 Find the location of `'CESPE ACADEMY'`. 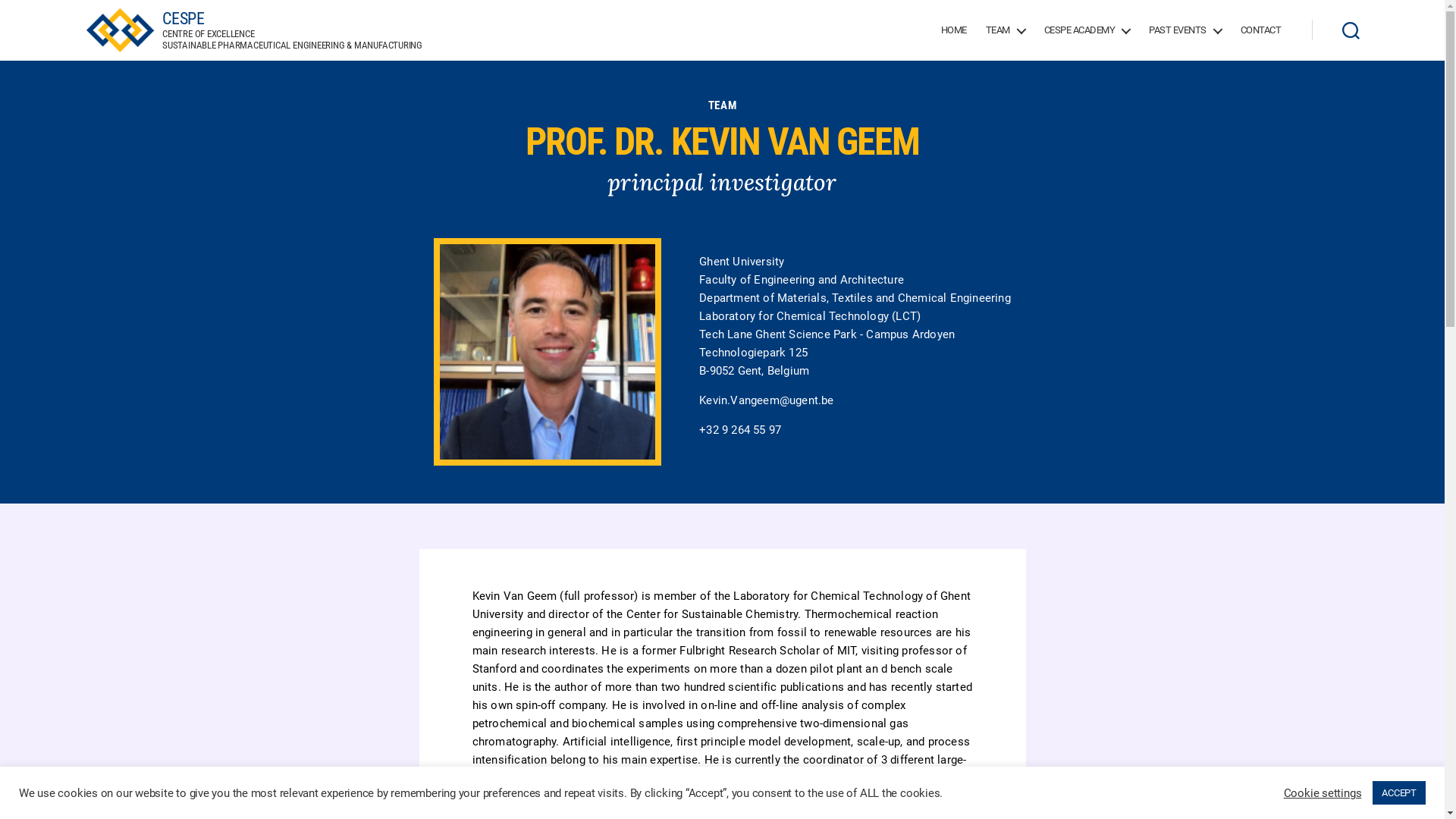

'CESPE ACADEMY' is located at coordinates (1087, 30).